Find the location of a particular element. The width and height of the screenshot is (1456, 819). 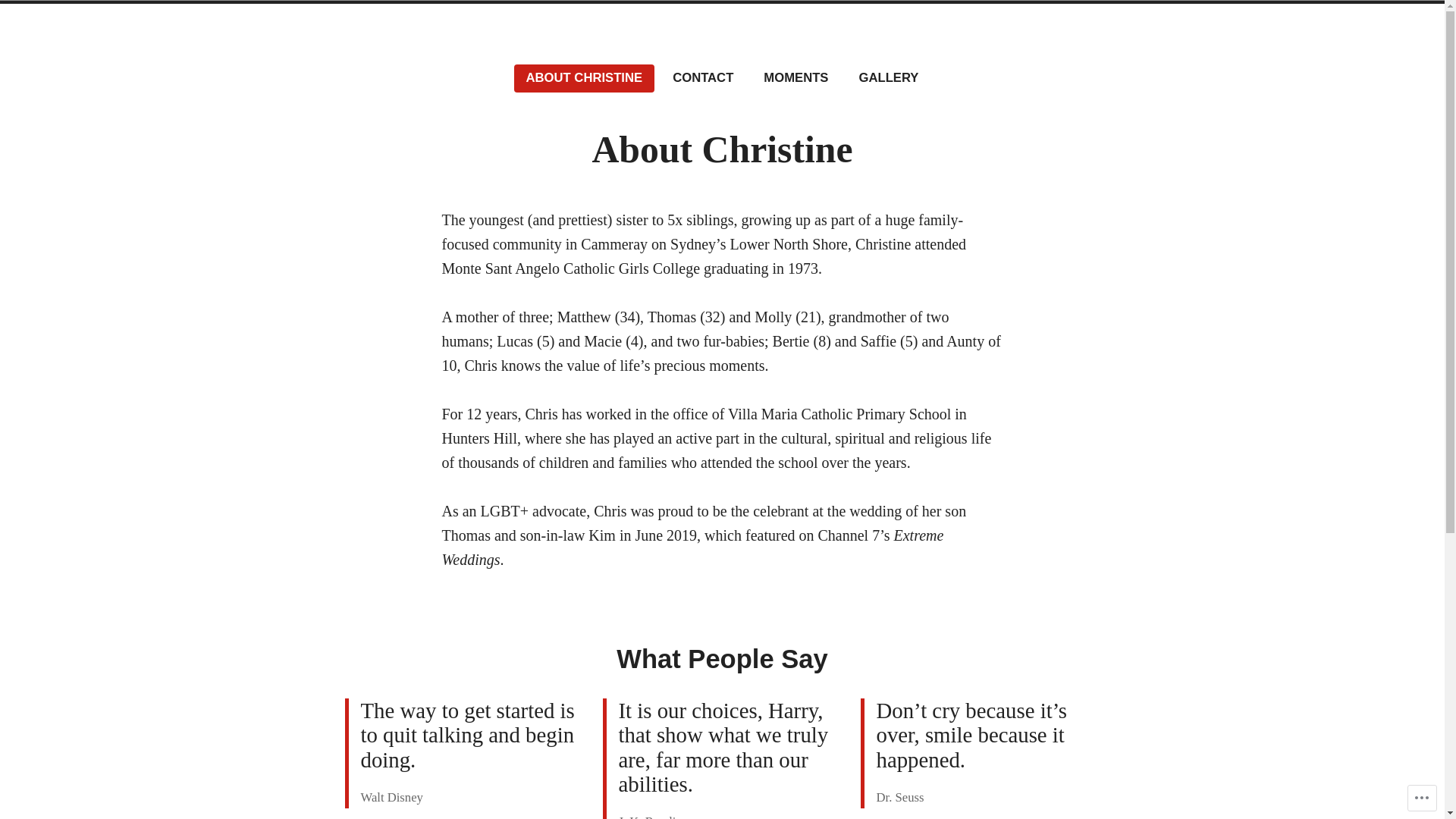

'CONTACT' is located at coordinates (701, 78).